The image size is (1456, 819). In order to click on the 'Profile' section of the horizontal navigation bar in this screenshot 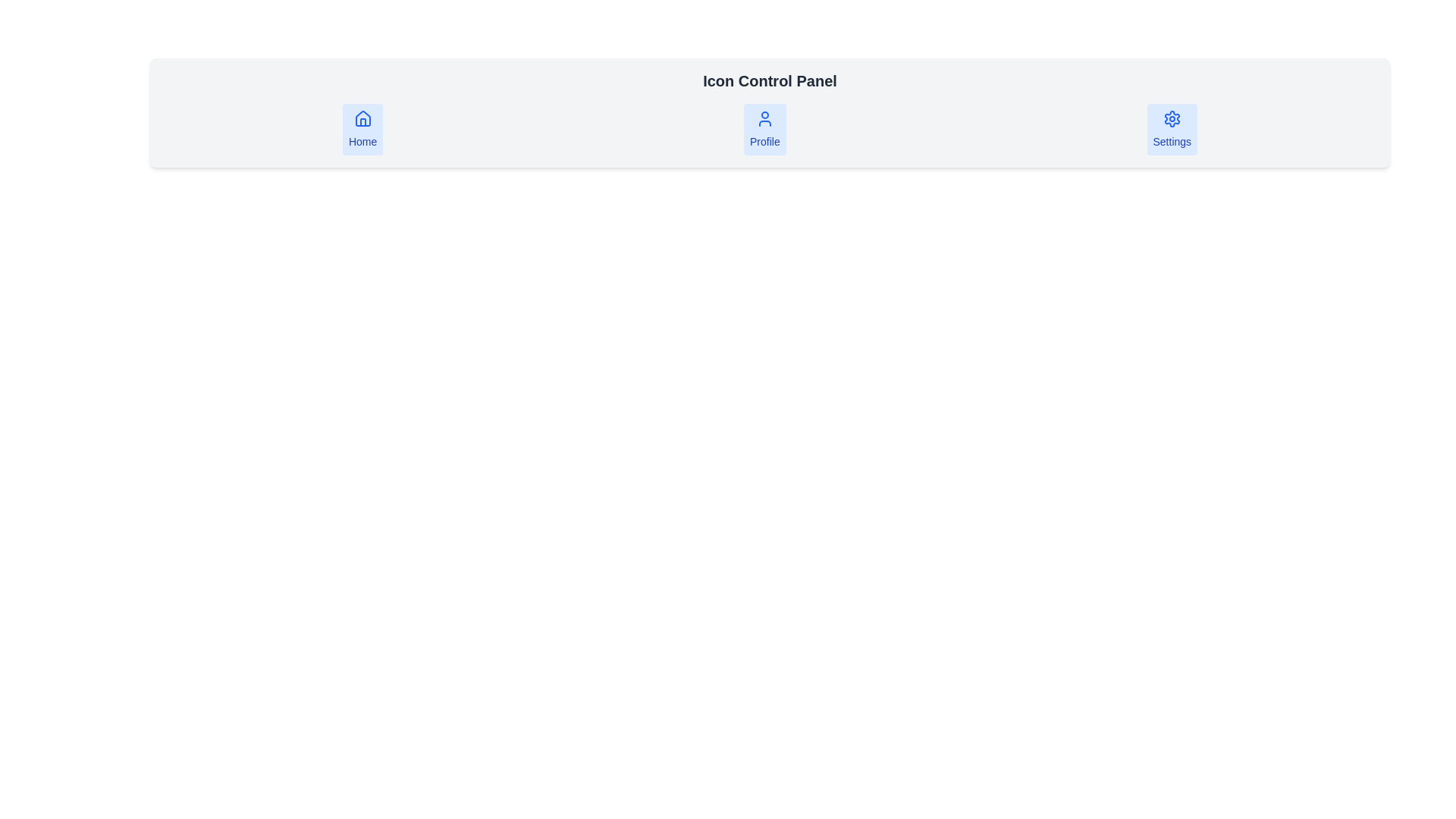, I will do `click(770, 128)`.